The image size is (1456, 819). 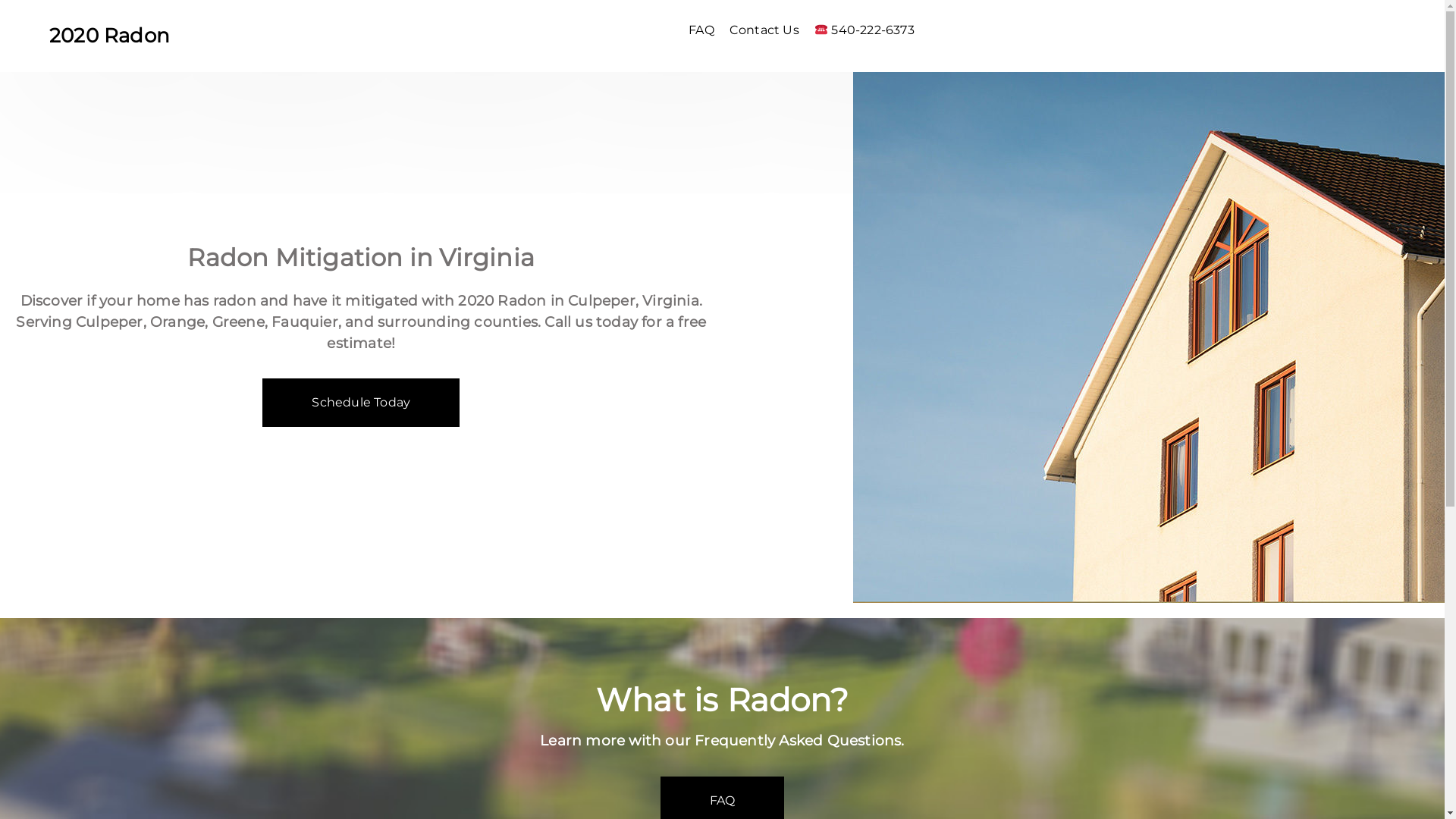 What do you see at coordinates (869, 30) in the screenshot?
I see `'540-222-6373'` at bounding box center [869, 30].